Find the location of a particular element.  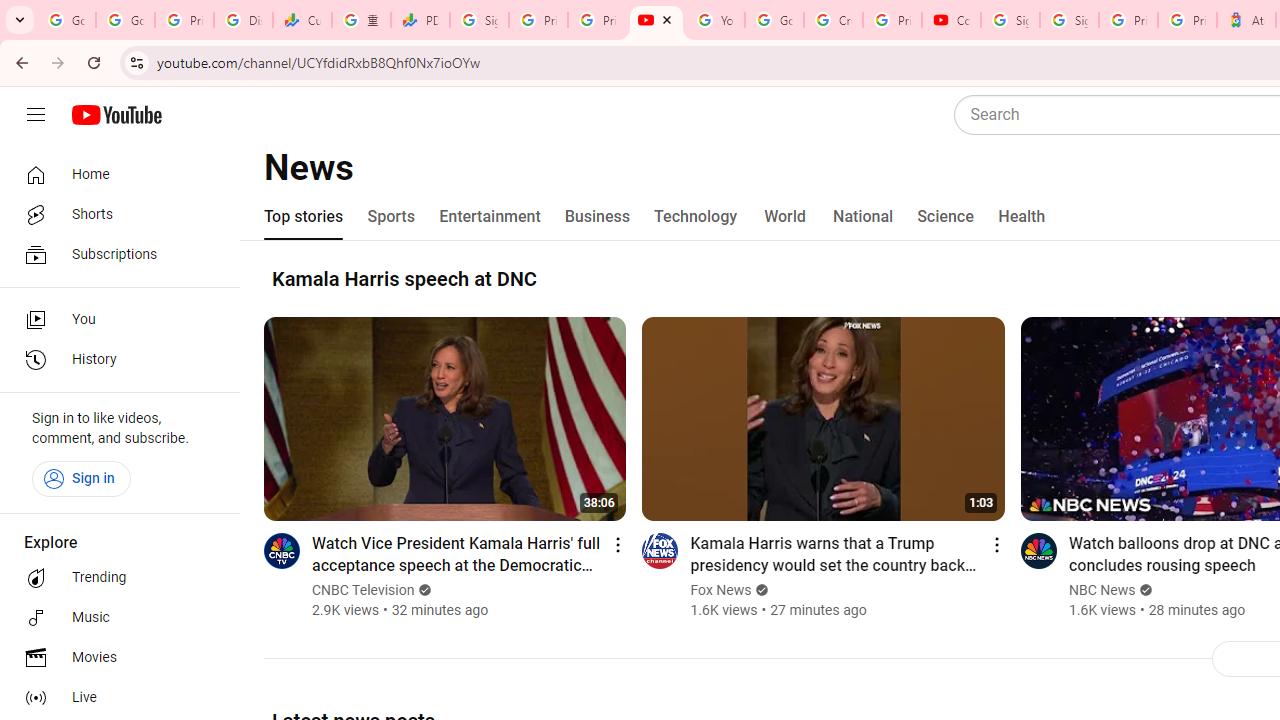

'Fox News' is located at coordinates (720, 589).